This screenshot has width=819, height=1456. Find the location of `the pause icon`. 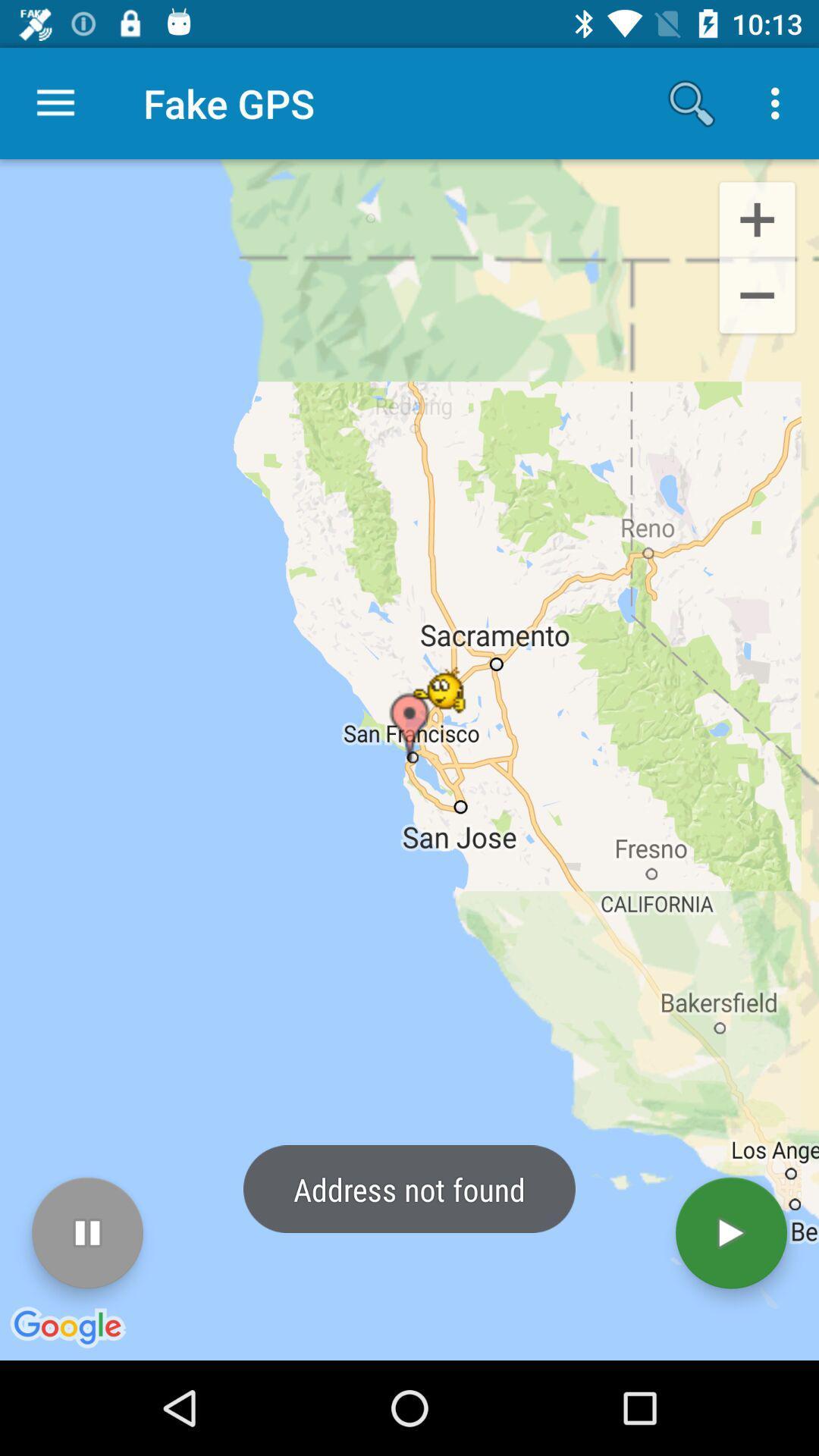

the pause icon is located at coordinates (87, 1233).